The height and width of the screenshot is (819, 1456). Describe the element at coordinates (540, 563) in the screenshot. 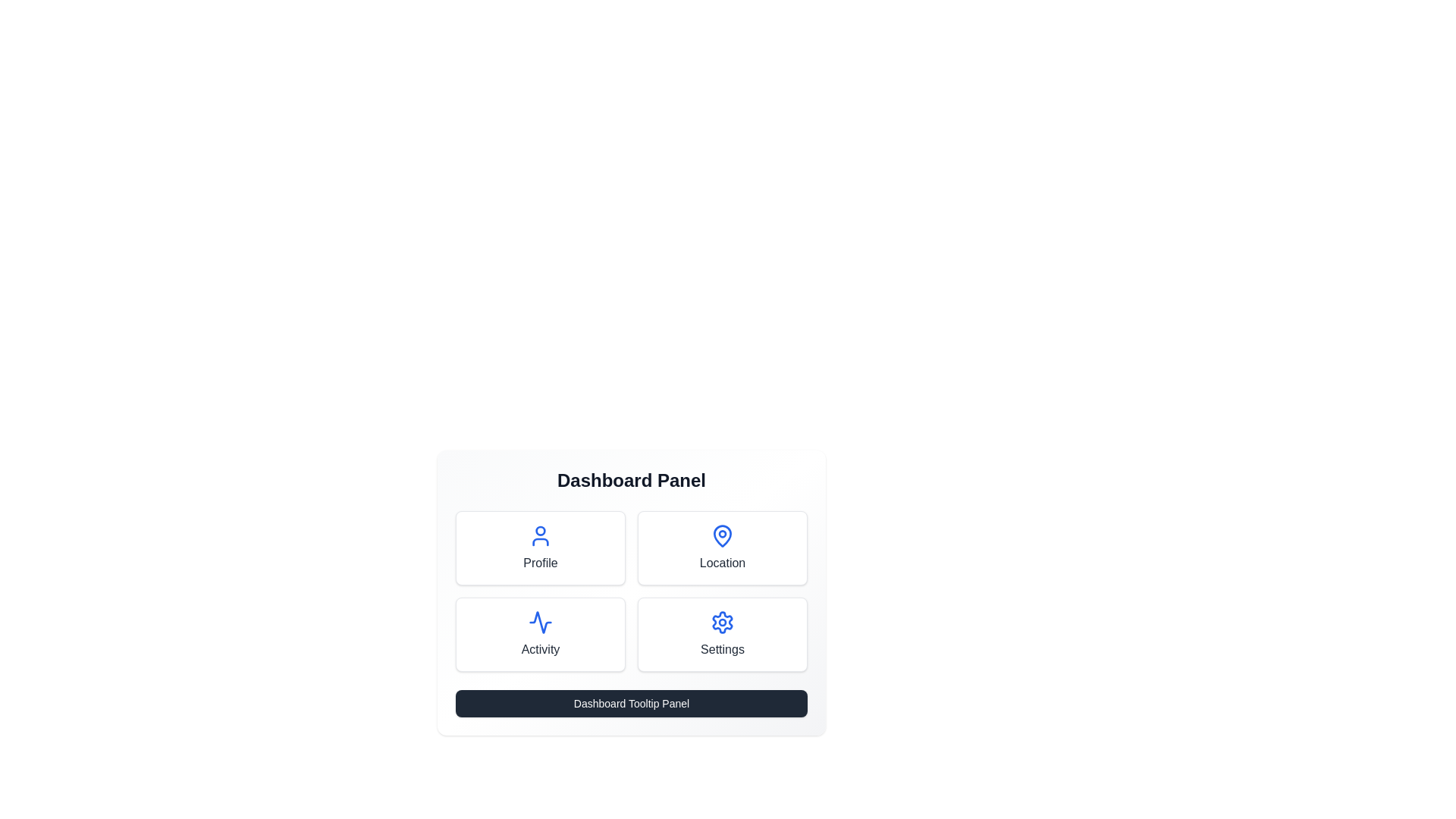

I see `the static text label displaying the word 'Profile', which is styled in gray and located below a user icon in the upper-left of a dashboard panel` at that location.